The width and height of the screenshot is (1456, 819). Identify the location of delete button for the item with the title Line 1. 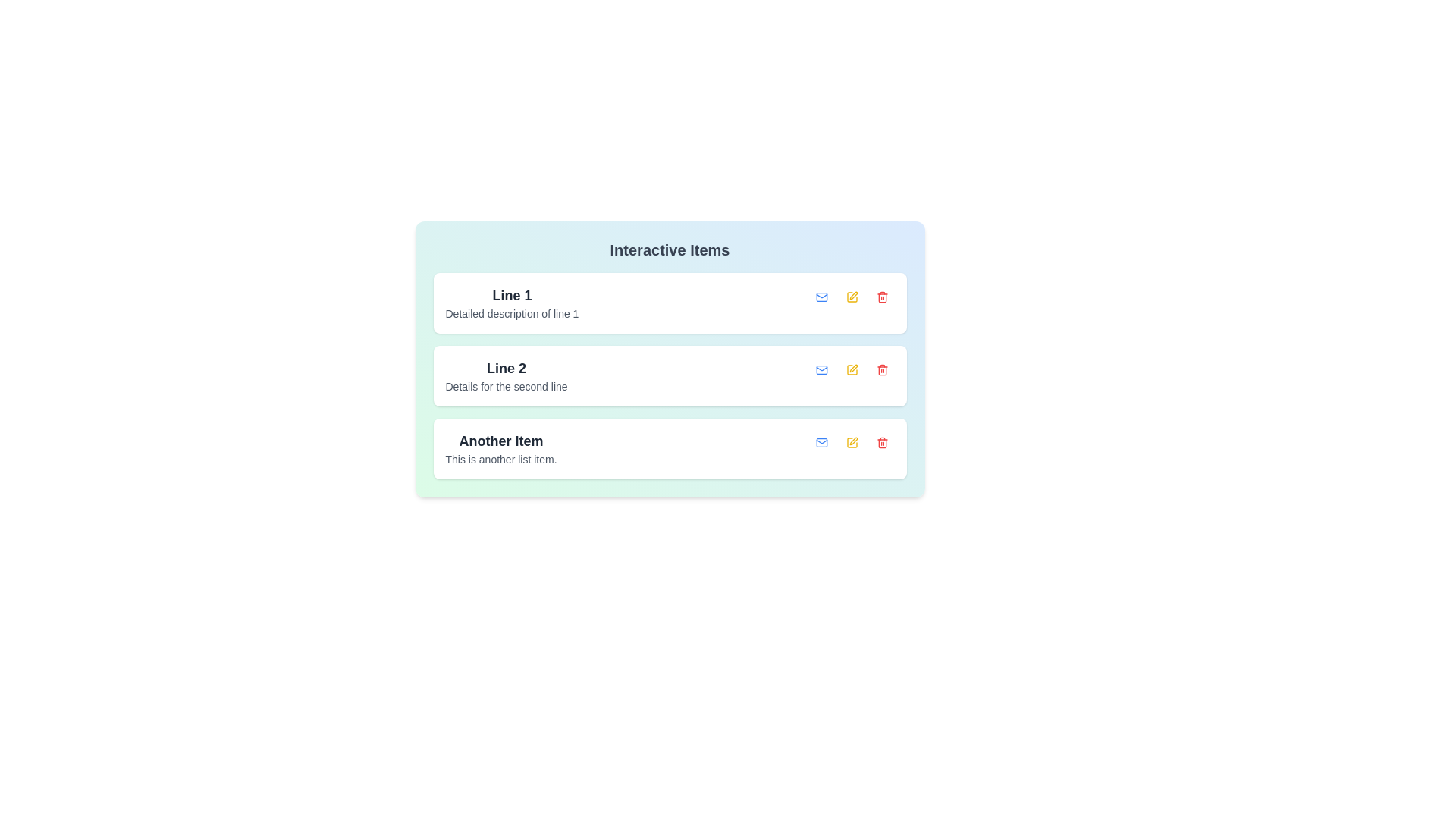
(882, 297).